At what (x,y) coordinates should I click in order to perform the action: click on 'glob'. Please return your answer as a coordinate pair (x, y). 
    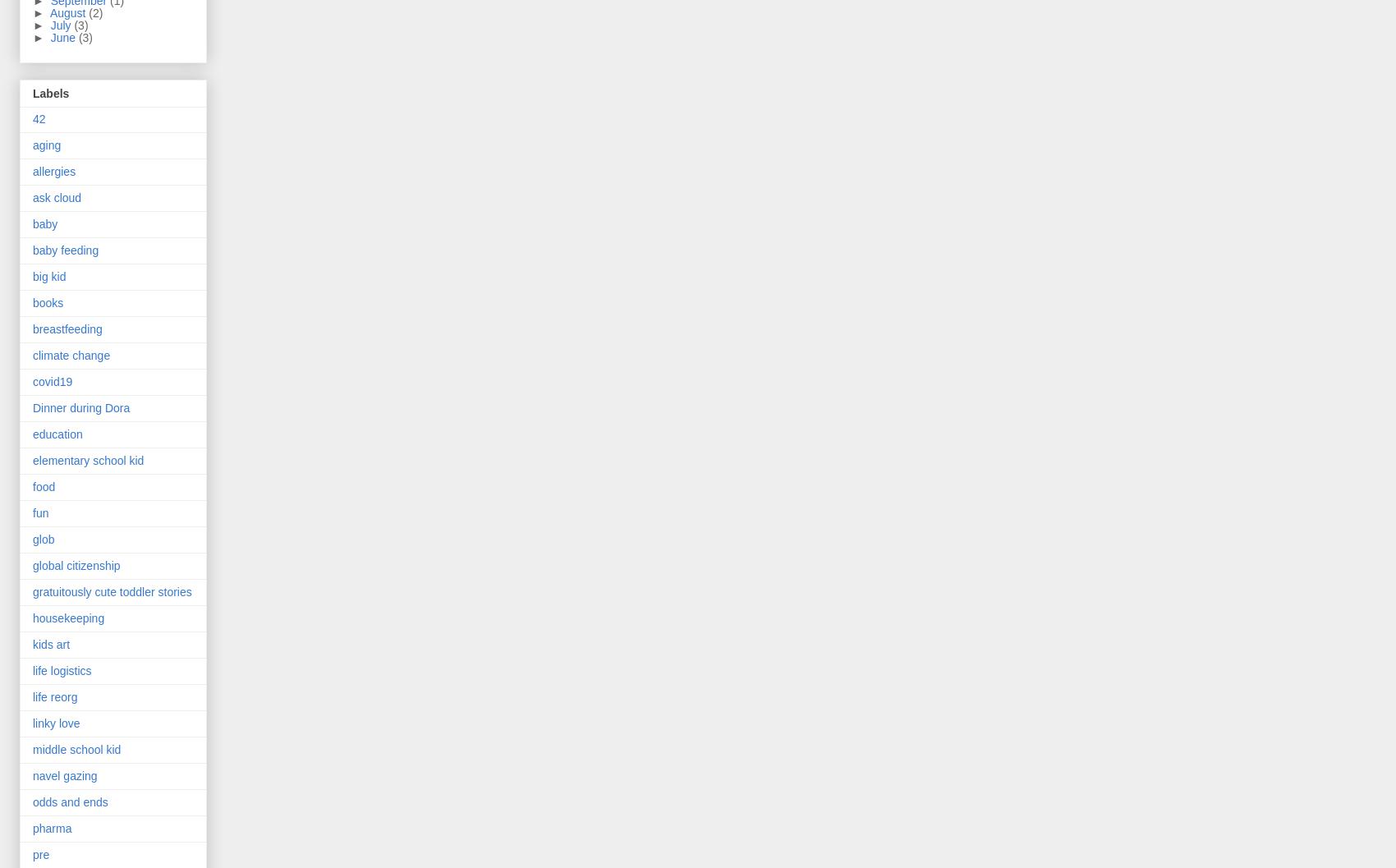
    Looking at the image, I should click on (44, 540).